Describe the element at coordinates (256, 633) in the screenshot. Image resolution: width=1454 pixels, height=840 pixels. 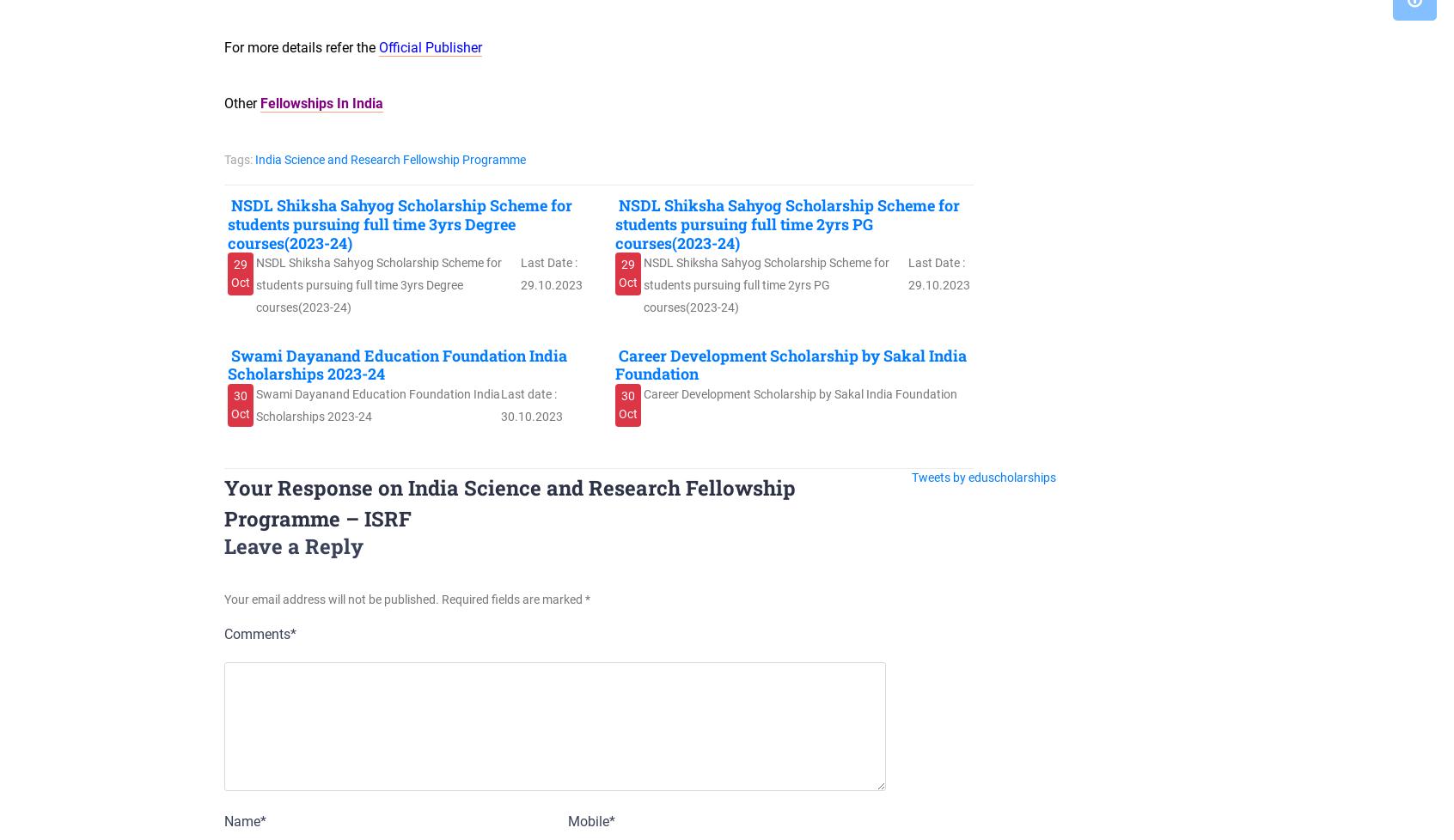
I see `'Comments'` at that location.